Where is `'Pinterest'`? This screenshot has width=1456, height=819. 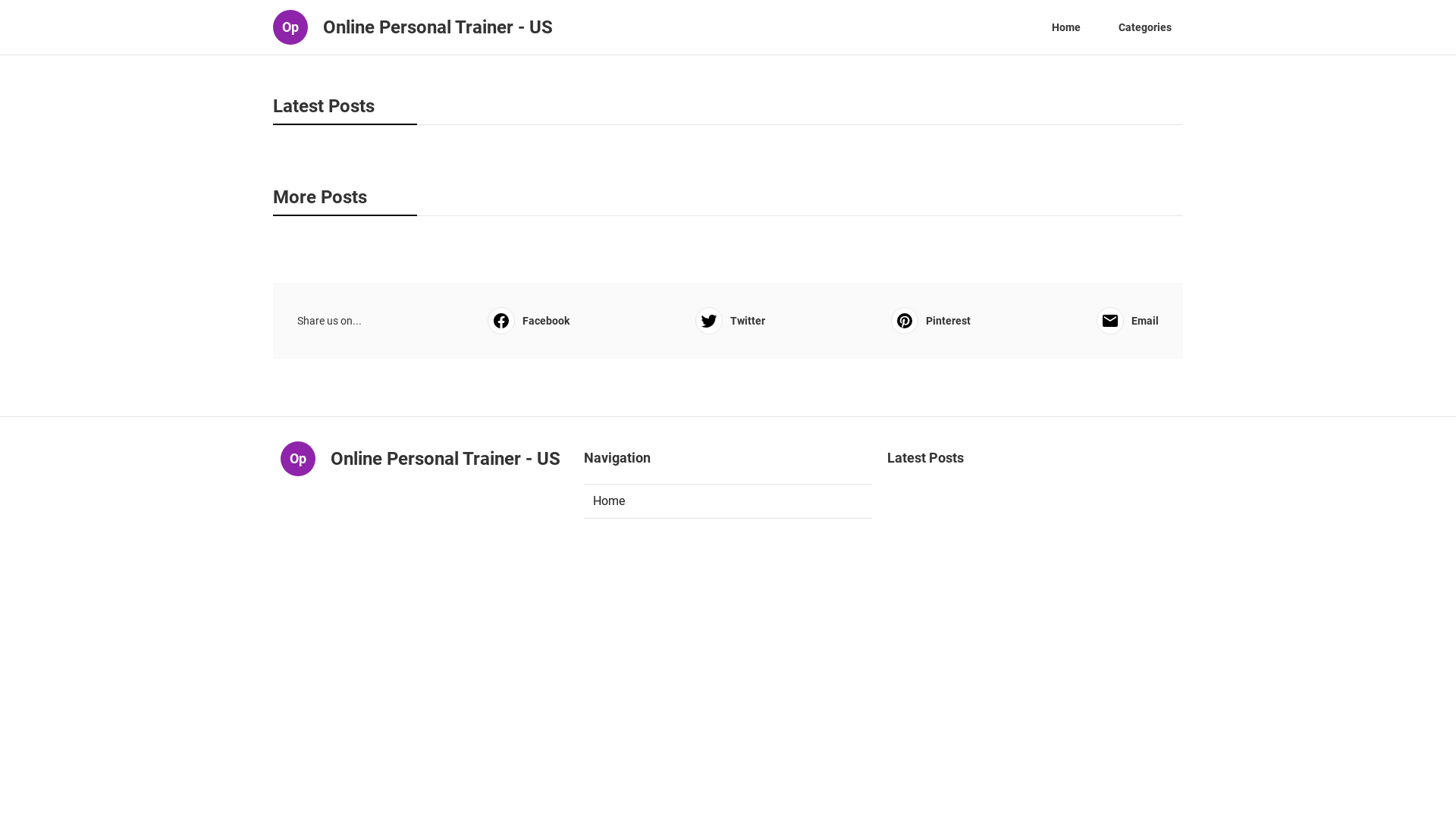
'Pinterest' is located at coordinates (891, 320).